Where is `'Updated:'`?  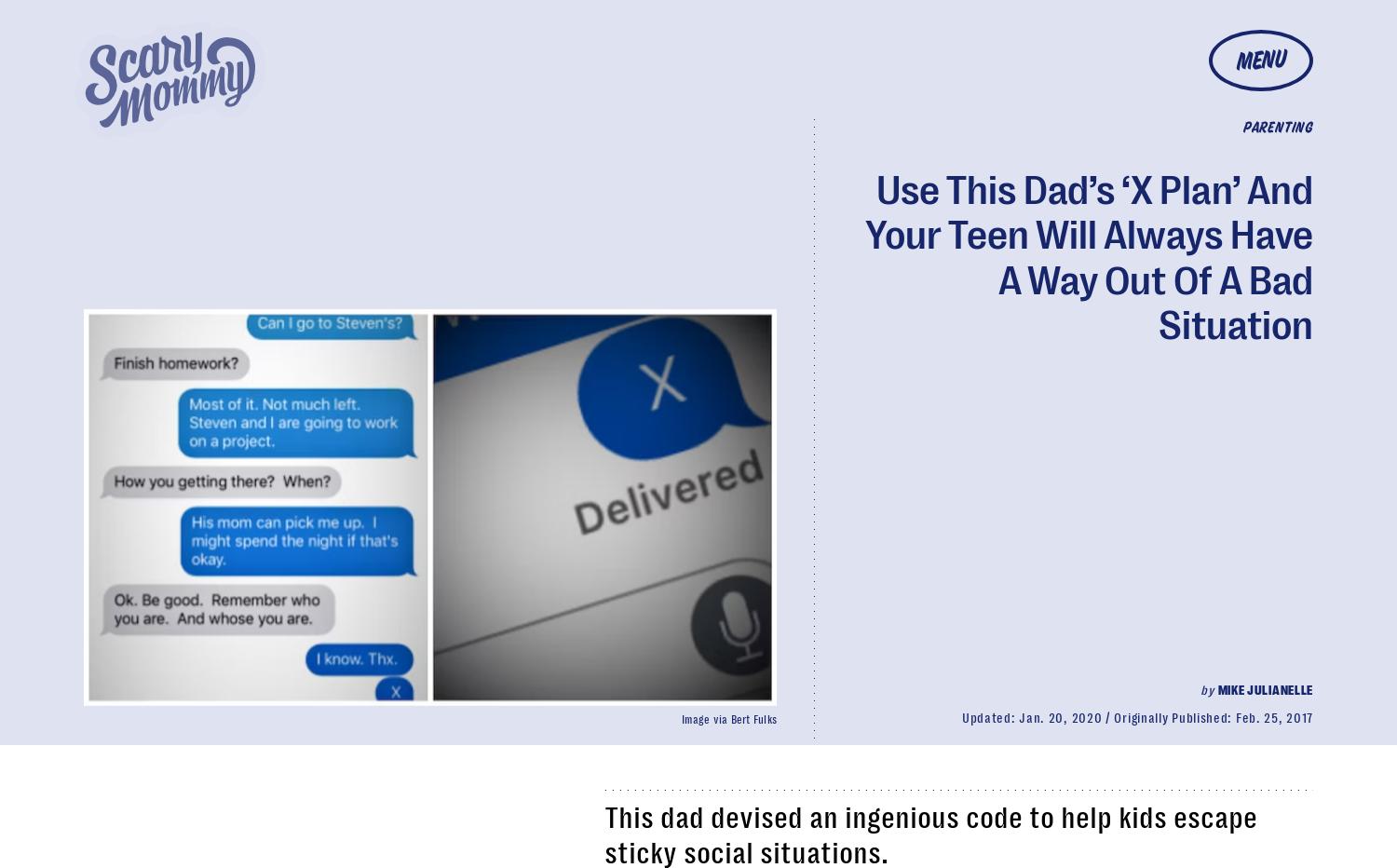
'Updated:' is located at coordinates (989, 717).